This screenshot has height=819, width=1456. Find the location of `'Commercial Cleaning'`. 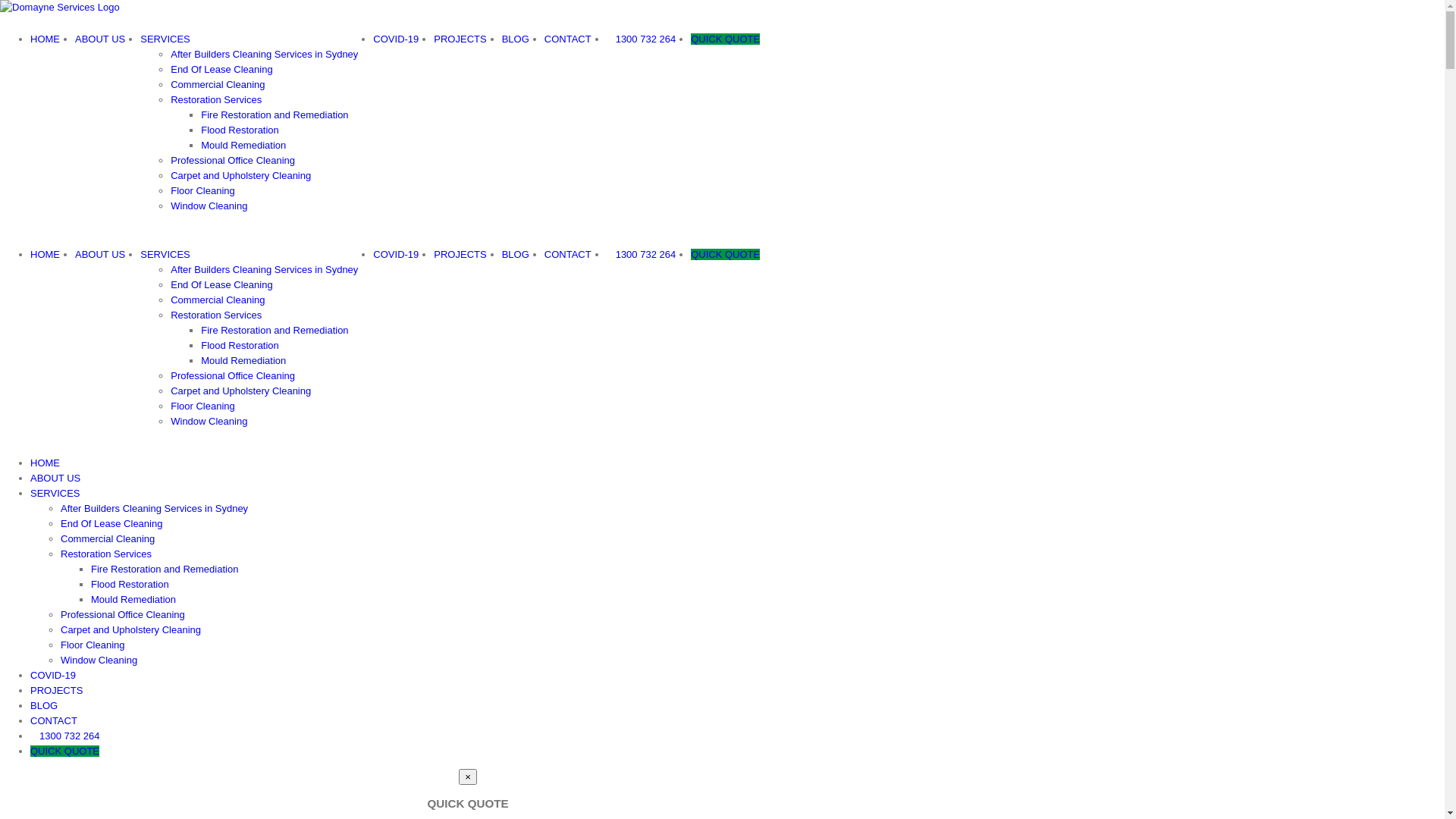

'Commercial Cleaning' is located at coordinates (217, 84).